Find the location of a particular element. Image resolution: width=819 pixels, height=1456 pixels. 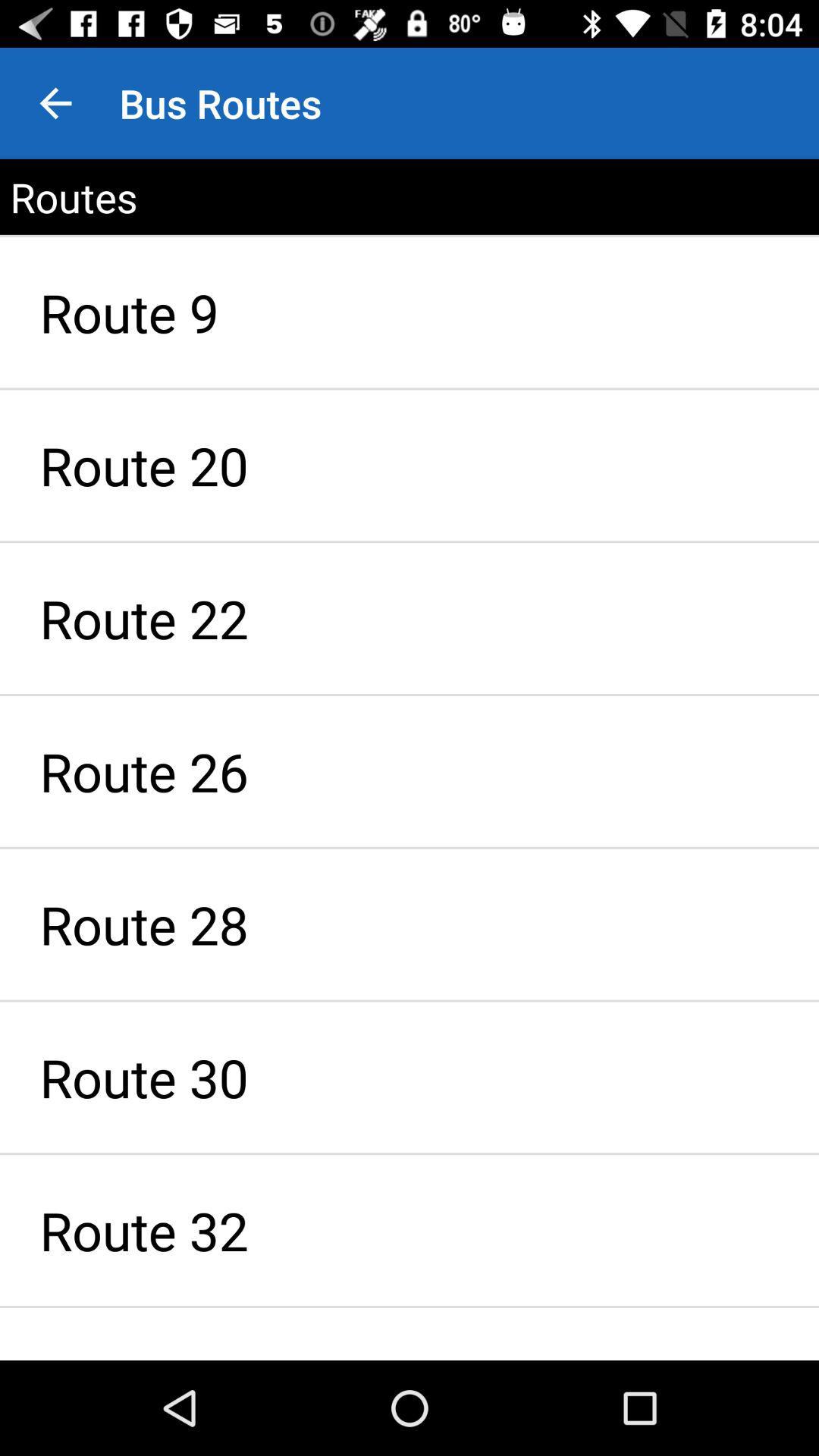

item below the route 26 icon is located at coordinates (409, 924).